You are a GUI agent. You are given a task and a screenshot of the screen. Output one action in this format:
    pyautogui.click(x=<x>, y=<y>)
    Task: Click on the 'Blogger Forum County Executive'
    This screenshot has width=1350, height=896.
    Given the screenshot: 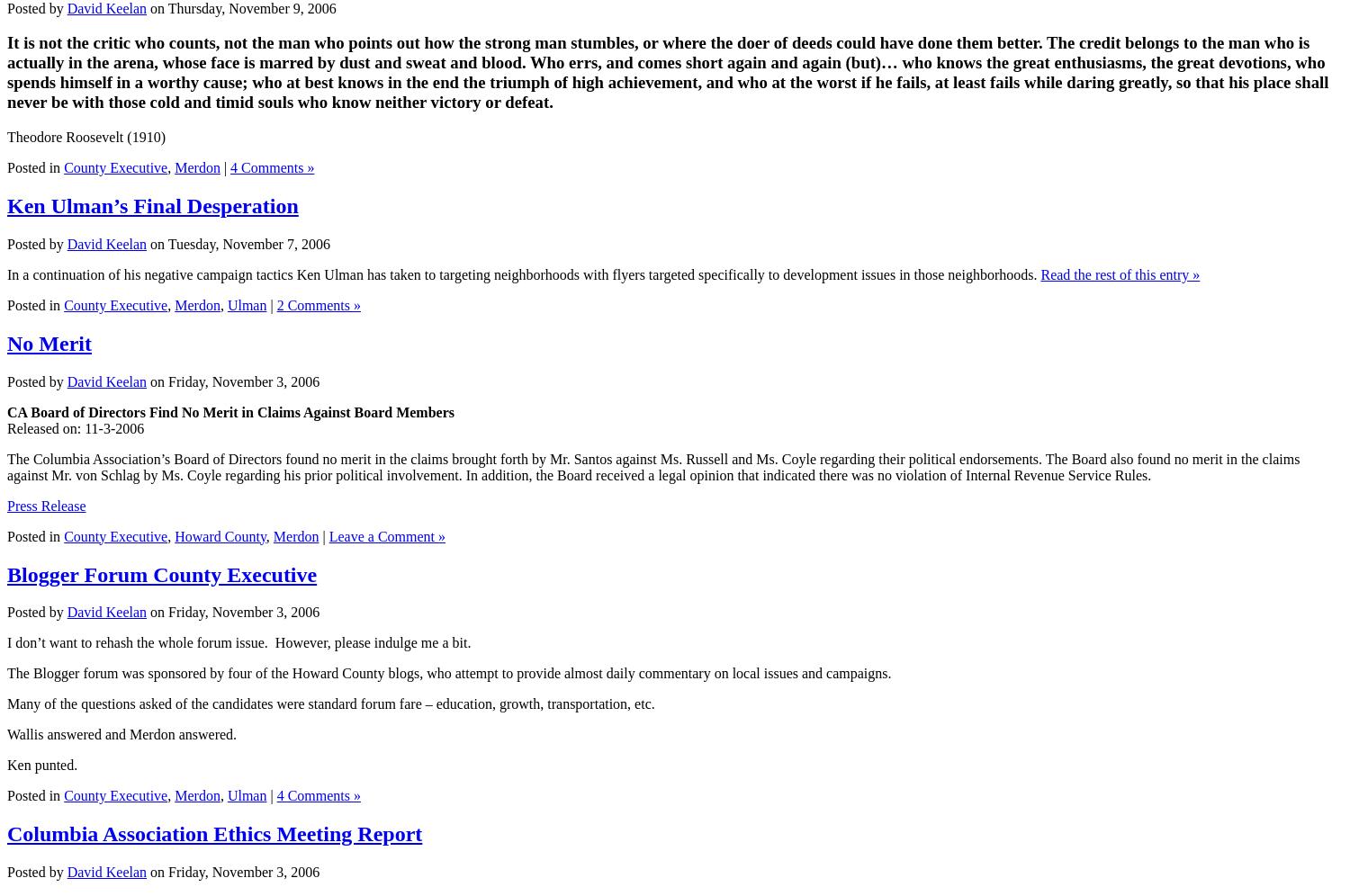 What is the action you would take?
    pyautogui.click(x=162, y=573)
    